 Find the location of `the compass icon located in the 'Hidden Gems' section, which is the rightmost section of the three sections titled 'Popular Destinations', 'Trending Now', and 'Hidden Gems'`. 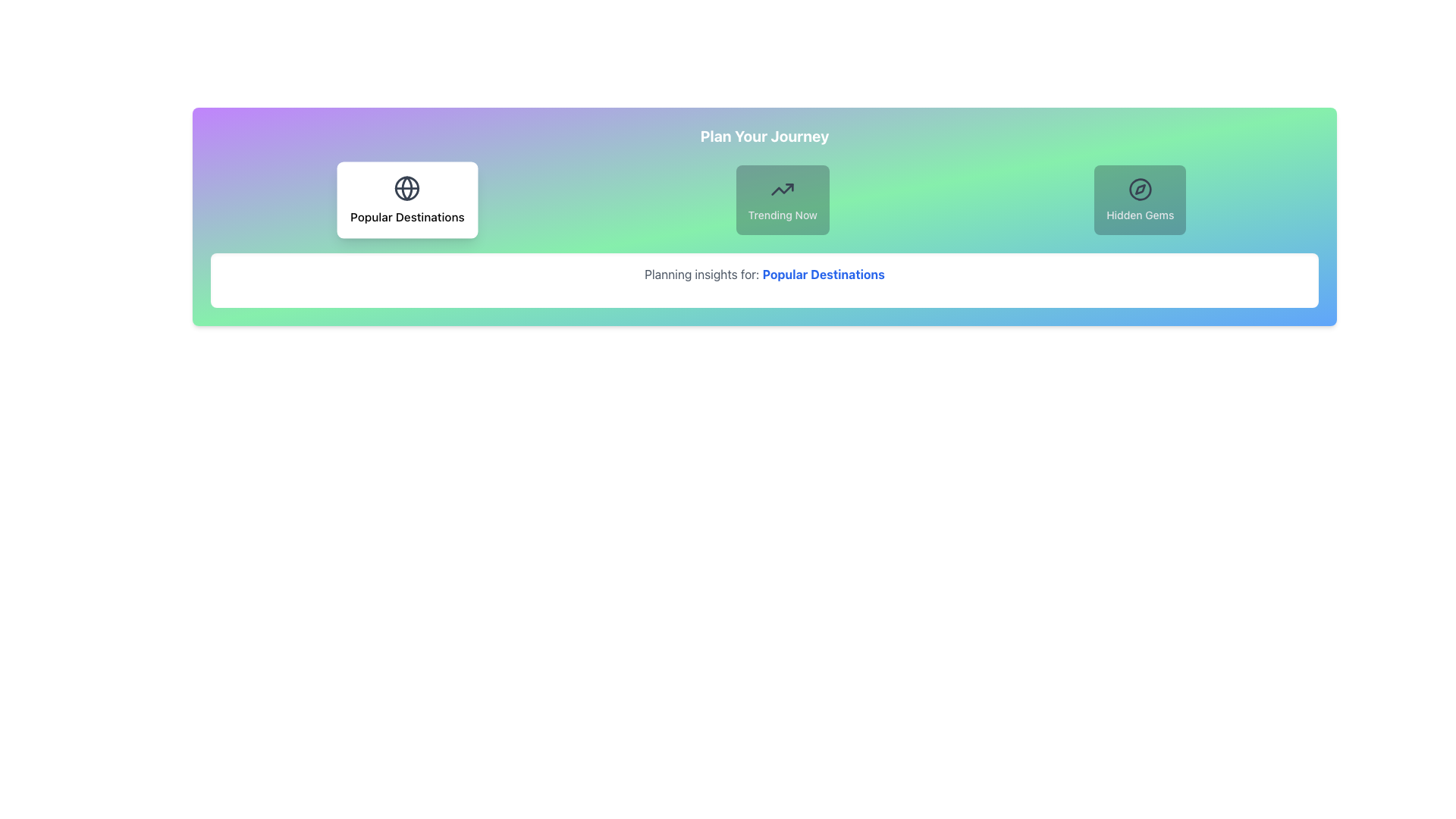

the compass icon located in the 'Hidden Gems' section, which is the rightmost section of the three sections titled 'Popular Destinations', 'Trending Now', and 'Hidden Gems' is located at coordinates (1140, 189).